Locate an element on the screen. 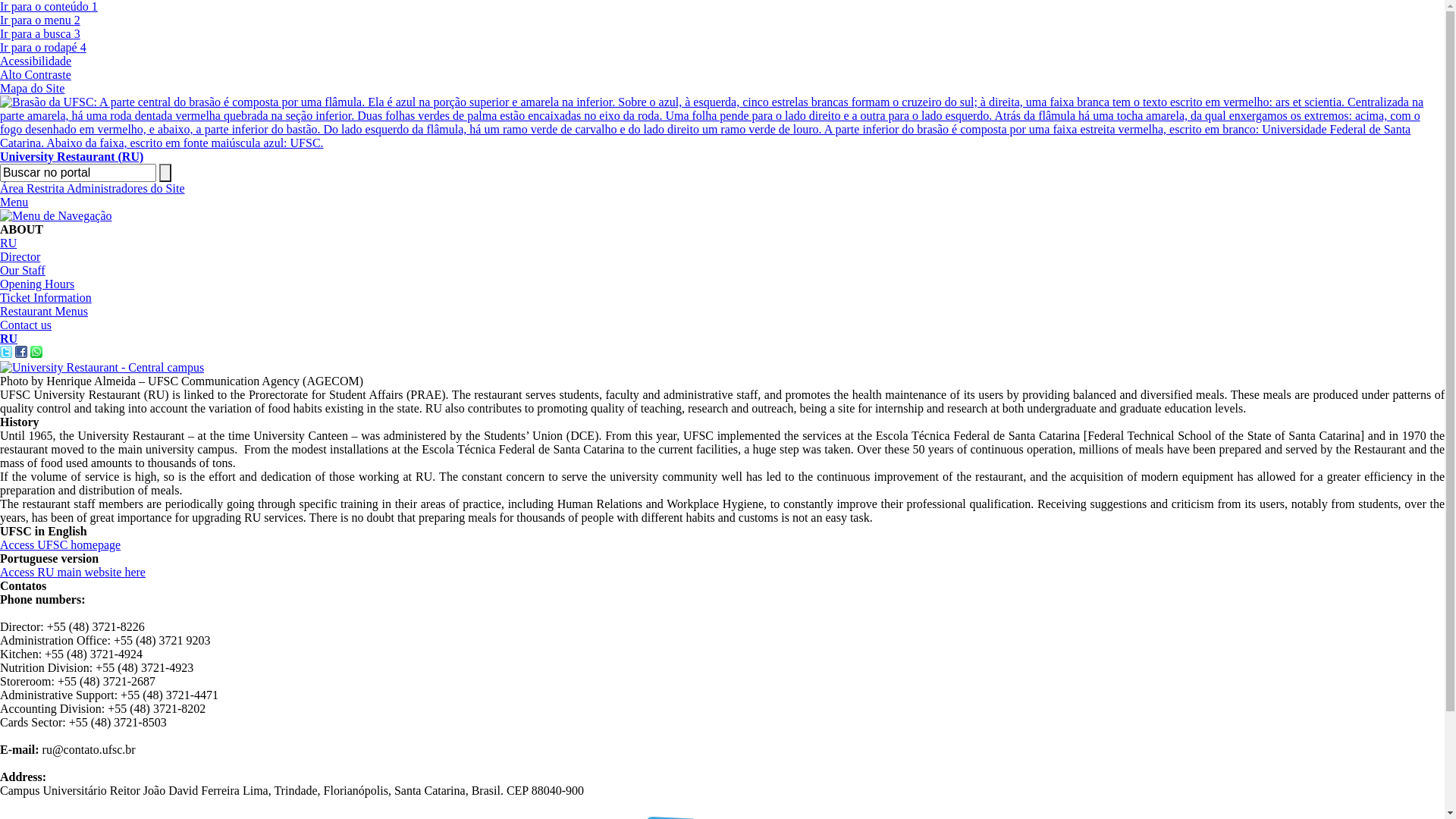 The height and width of the screenshot is (819, 1456). 'Alto Contraste' is located at coordinates (0, 74).